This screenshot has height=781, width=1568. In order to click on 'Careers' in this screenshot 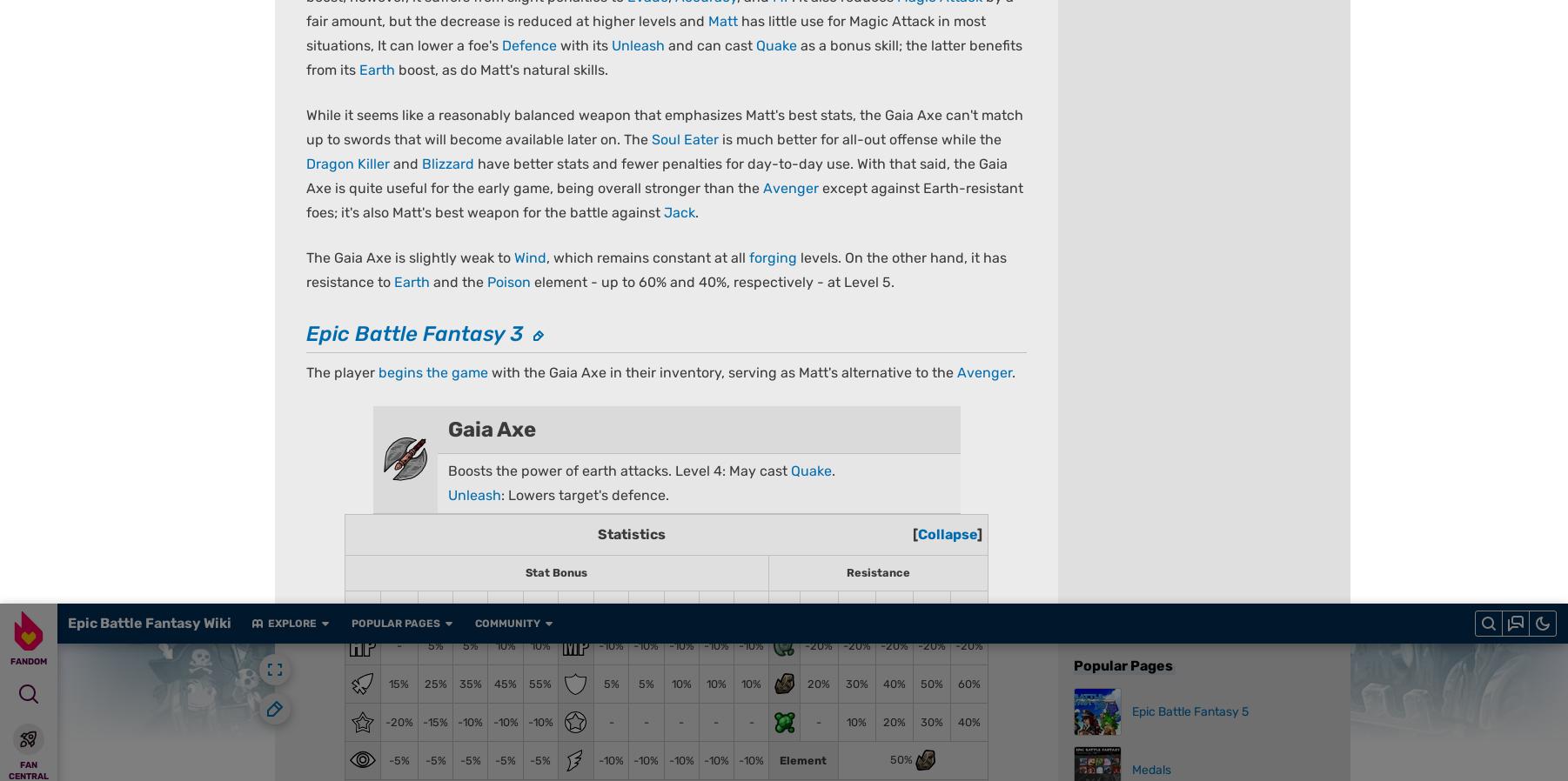, I will do `click(624, 672)`.